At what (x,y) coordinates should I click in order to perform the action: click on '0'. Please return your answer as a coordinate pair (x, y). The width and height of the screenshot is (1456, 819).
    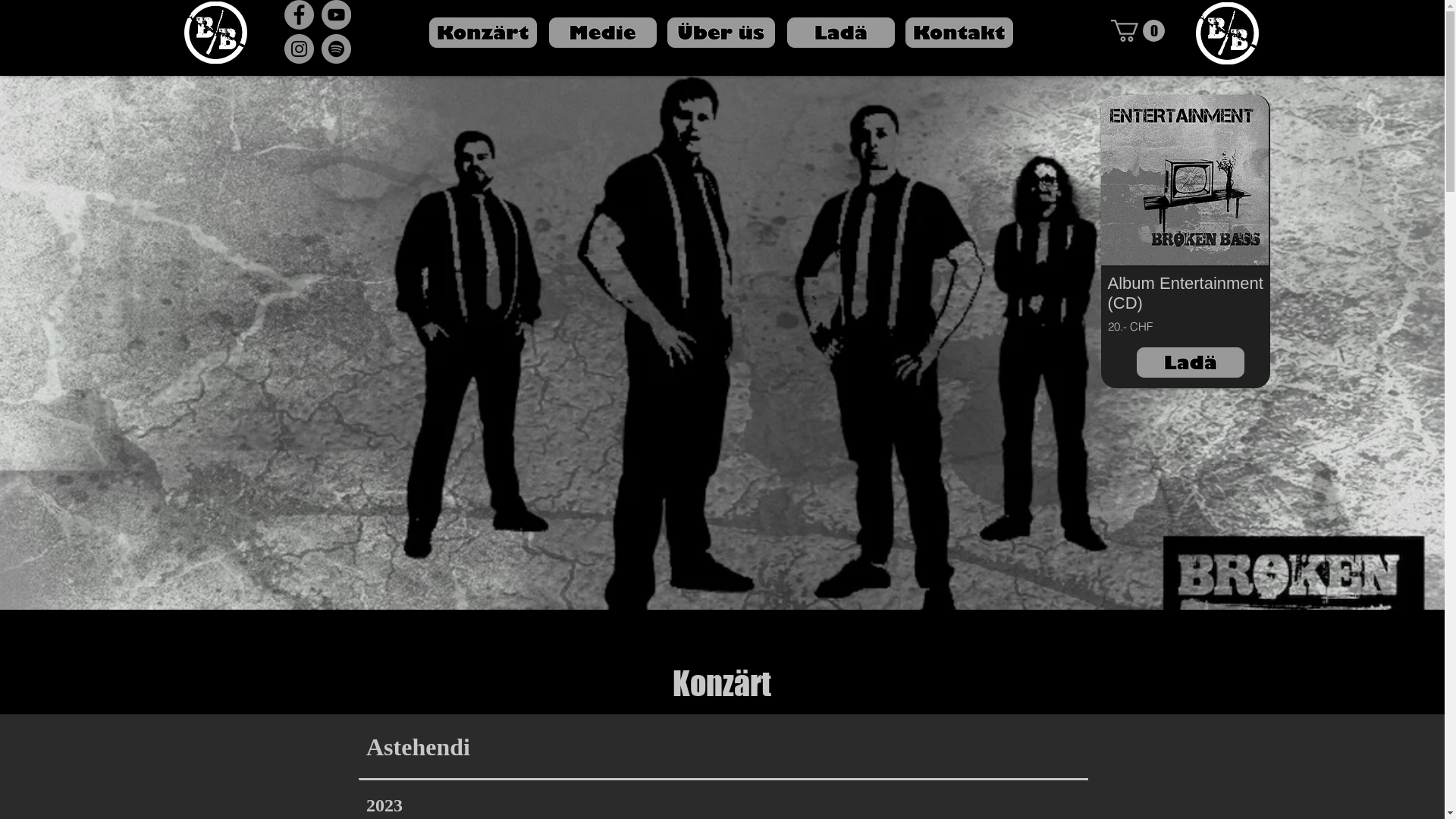
    Looking at the image, I should click on (1137, 30).